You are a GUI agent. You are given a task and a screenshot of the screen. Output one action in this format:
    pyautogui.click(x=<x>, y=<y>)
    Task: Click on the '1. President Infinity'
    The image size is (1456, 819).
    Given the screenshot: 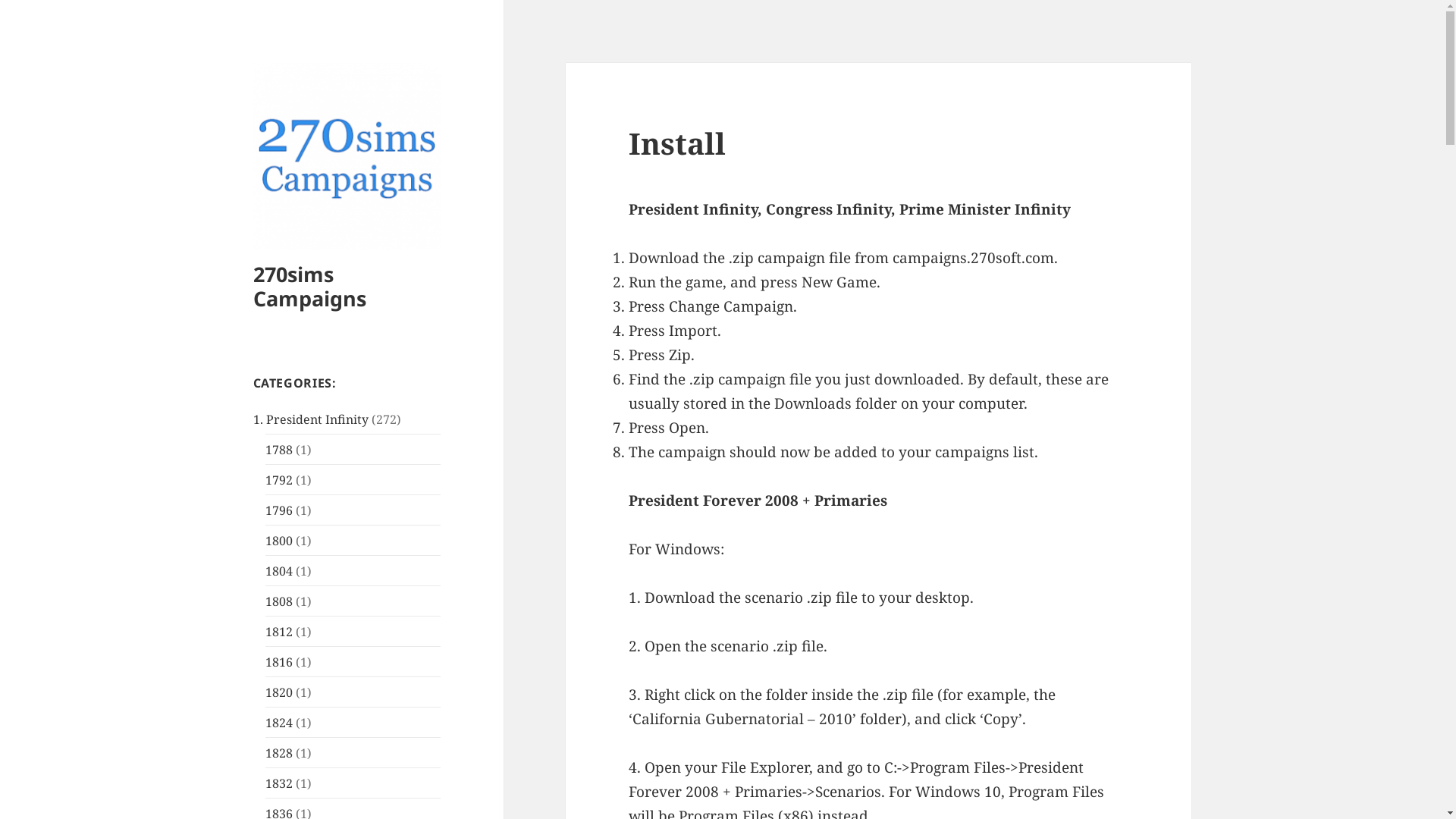 What is the action you would take?
    pyautogui.click(x=309, y=419)
    